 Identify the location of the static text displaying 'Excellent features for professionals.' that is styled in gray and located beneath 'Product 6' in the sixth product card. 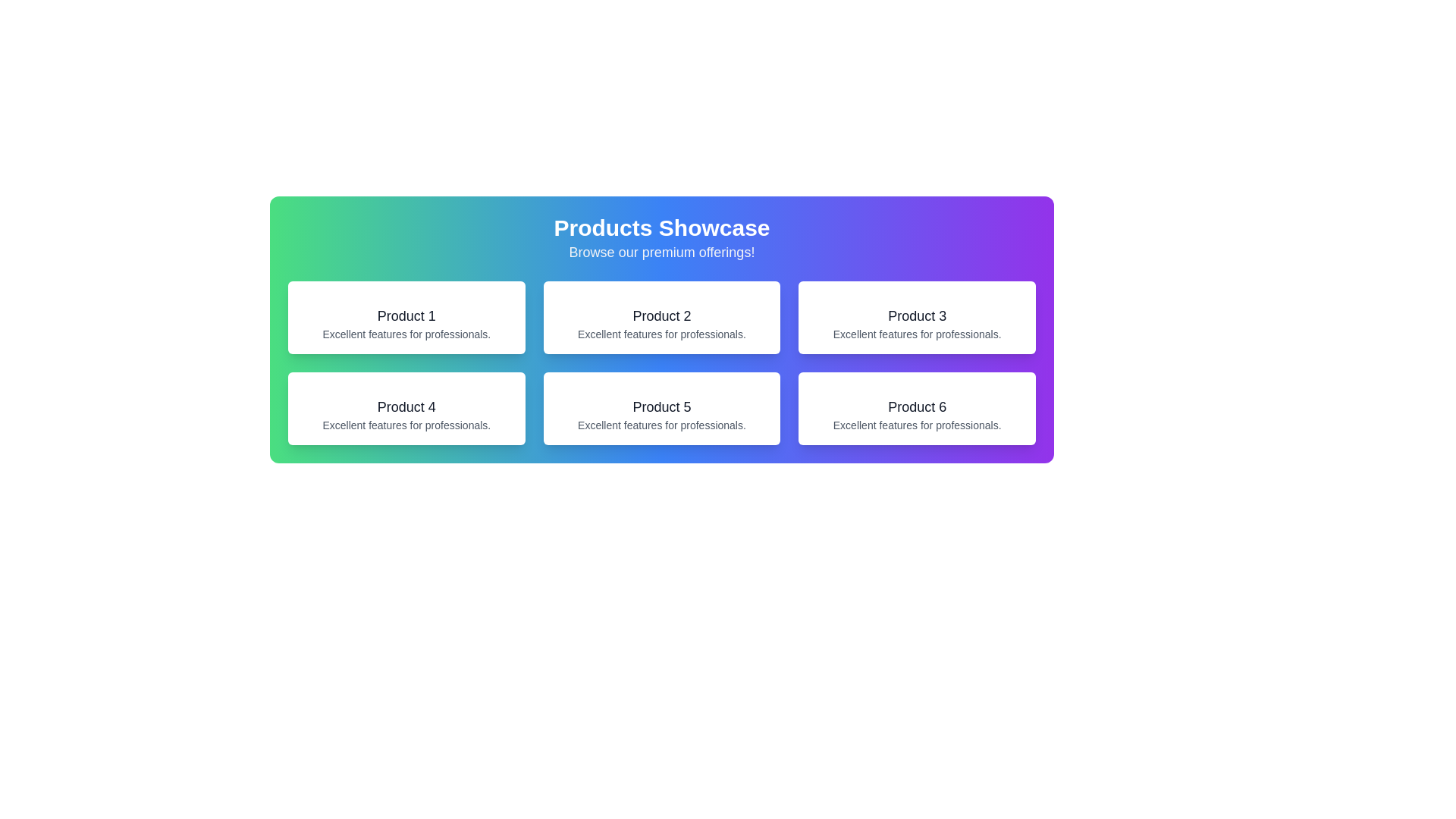
(916, 425).